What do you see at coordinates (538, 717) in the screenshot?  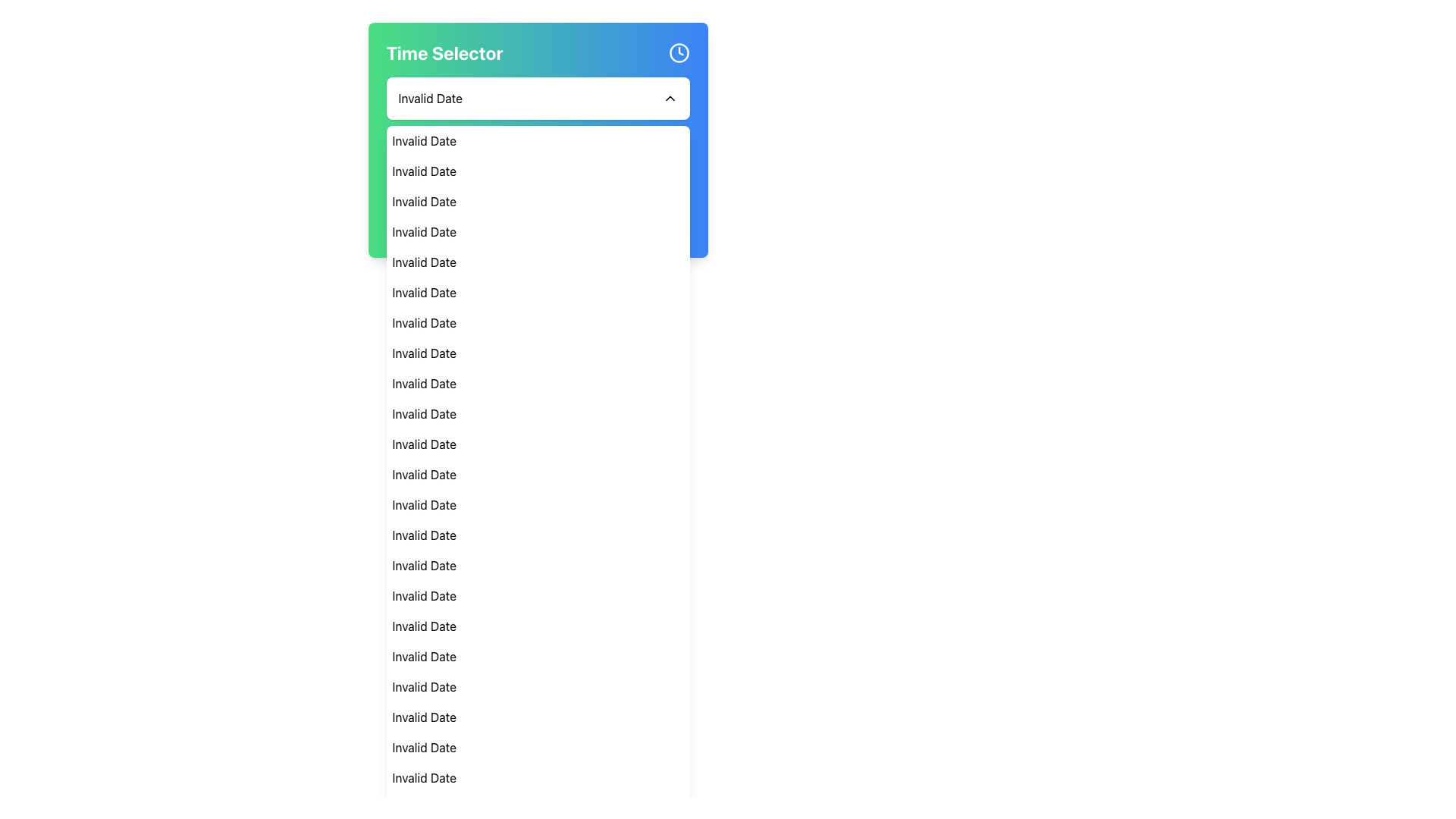 I see `the 21st item in the dropdown menu` at bounding box center [538, 717].